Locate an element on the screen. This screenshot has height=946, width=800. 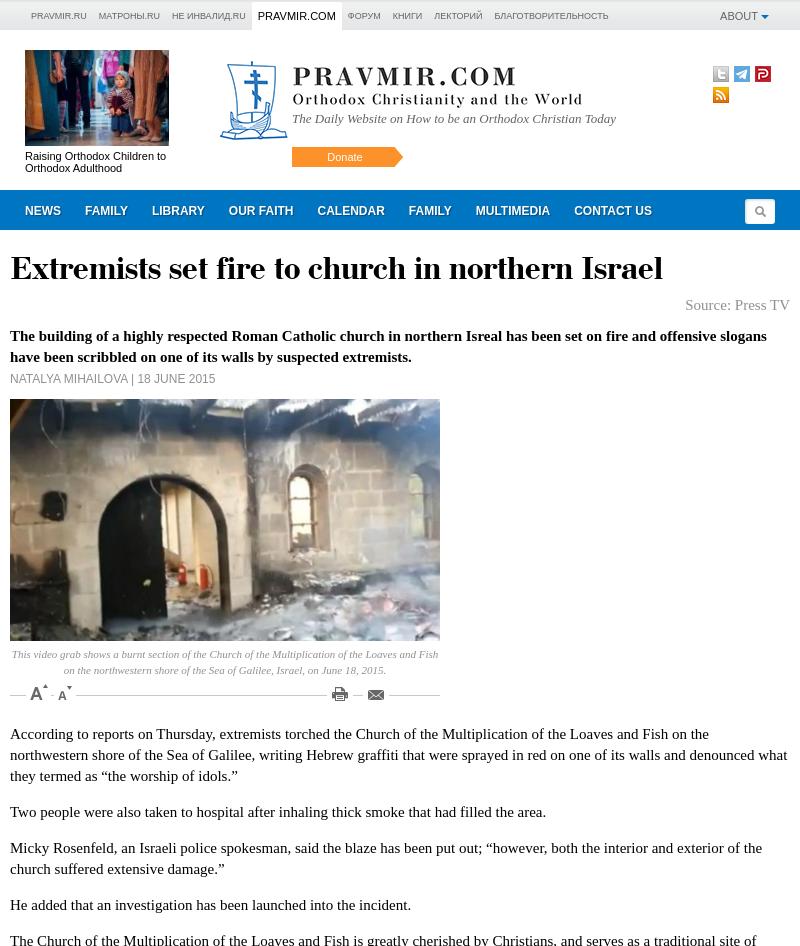
'Матроны.RU' is located at coordinates (127, 15).